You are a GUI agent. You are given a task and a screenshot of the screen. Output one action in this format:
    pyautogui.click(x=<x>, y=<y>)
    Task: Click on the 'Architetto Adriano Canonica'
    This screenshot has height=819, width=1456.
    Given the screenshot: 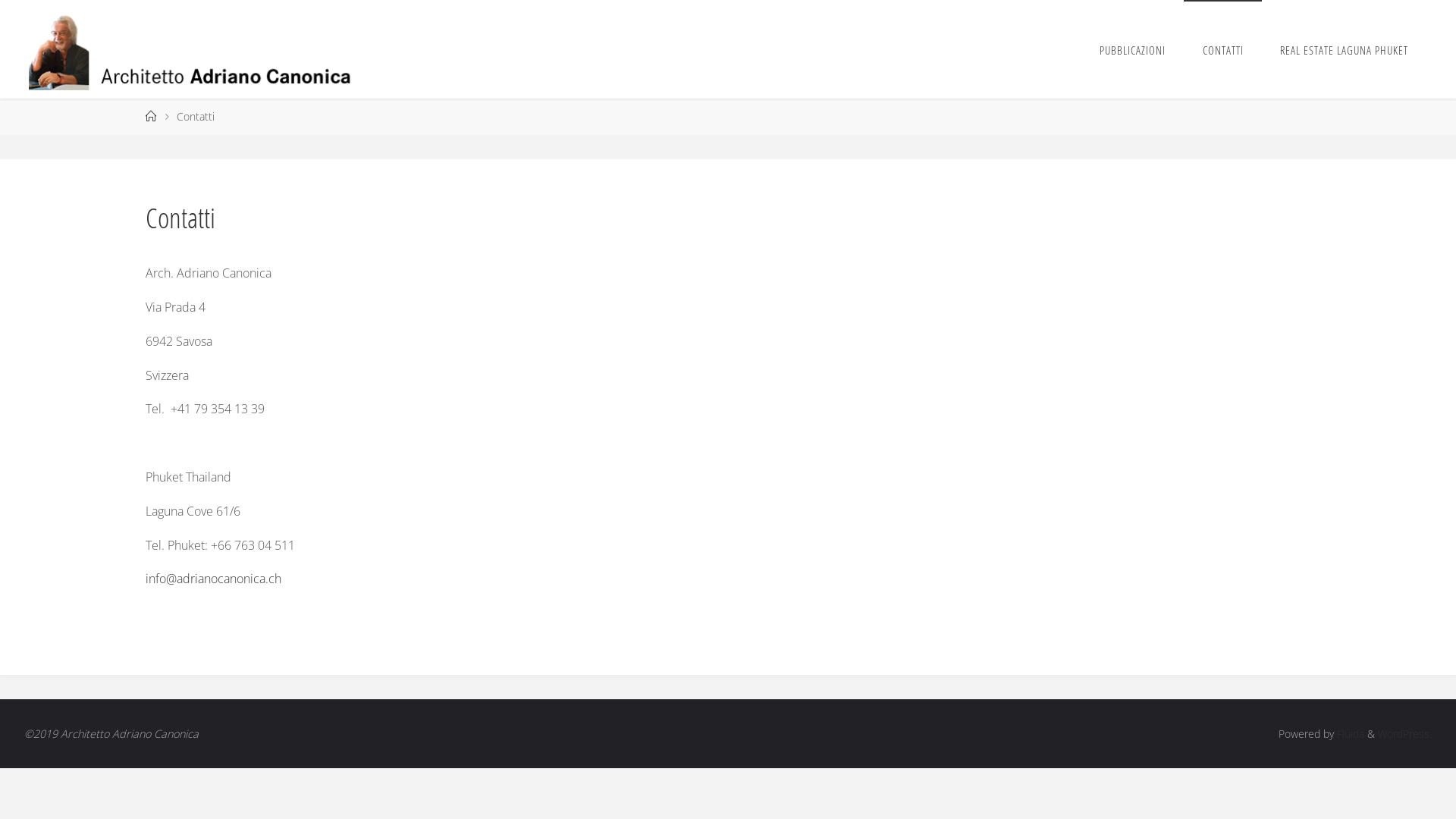 What is the action you would take?
    pyautogui.click(x=195, y=49)
    